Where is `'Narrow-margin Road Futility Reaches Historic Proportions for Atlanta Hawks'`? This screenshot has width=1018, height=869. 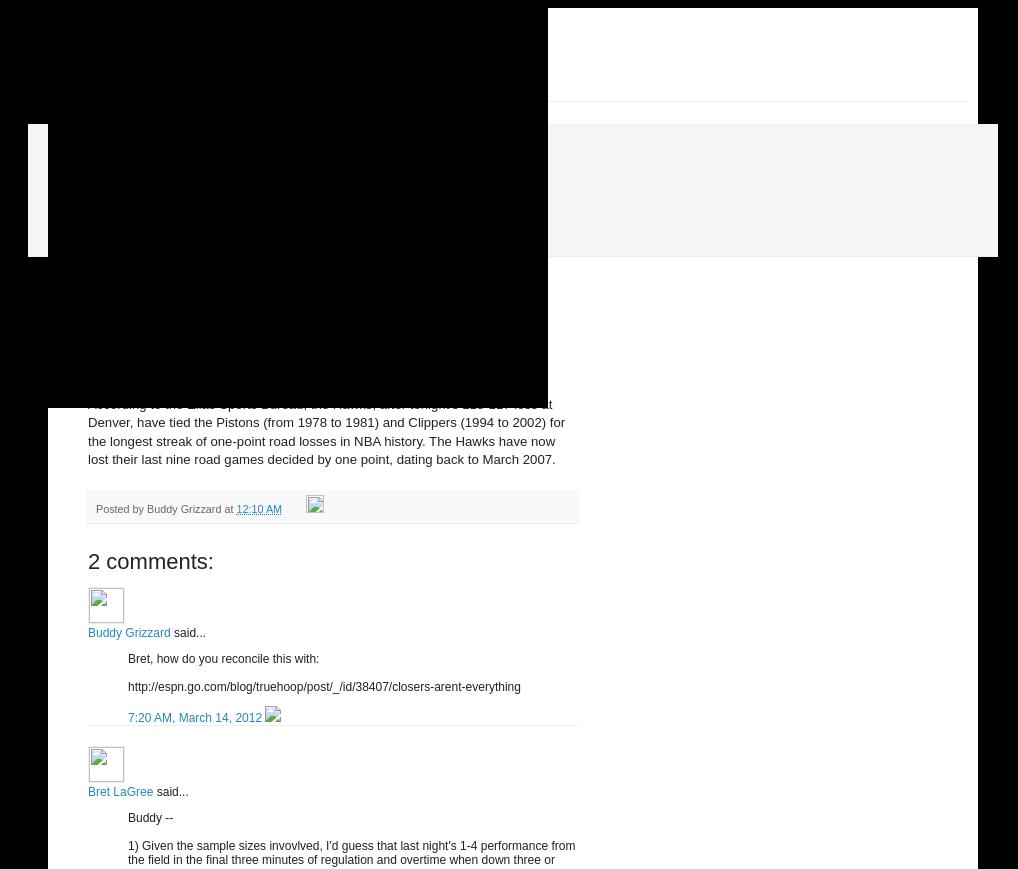 'Narrow-margin Road Futility Reaches Historic Proportions for Atlanta Hawks' is located at coordinates (309, 351).